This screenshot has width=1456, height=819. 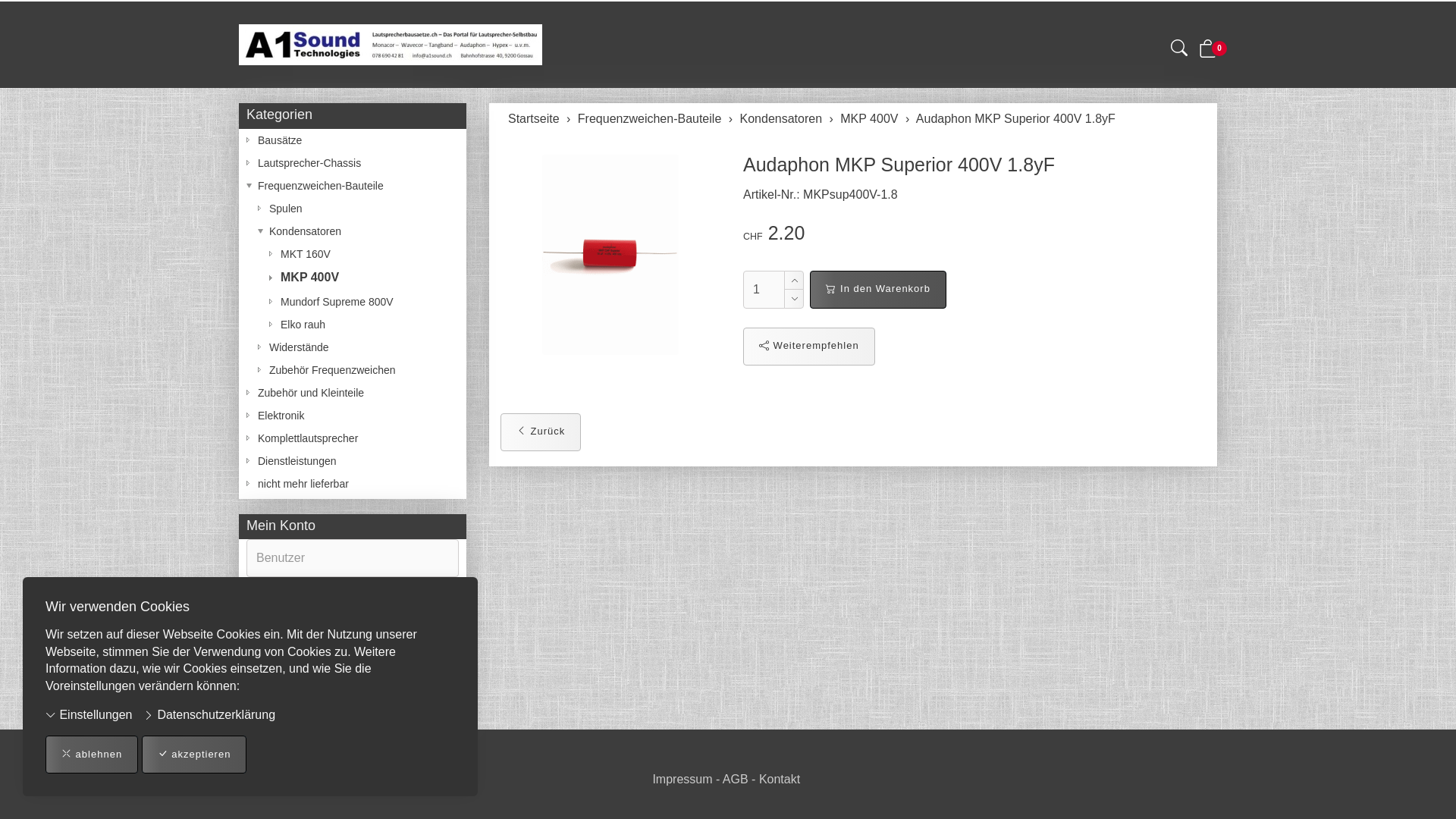 What do you see at coordinates (877, 289) in the screenshot?
I see `'In den Warenkorb'` at bounding box center [877, 289].